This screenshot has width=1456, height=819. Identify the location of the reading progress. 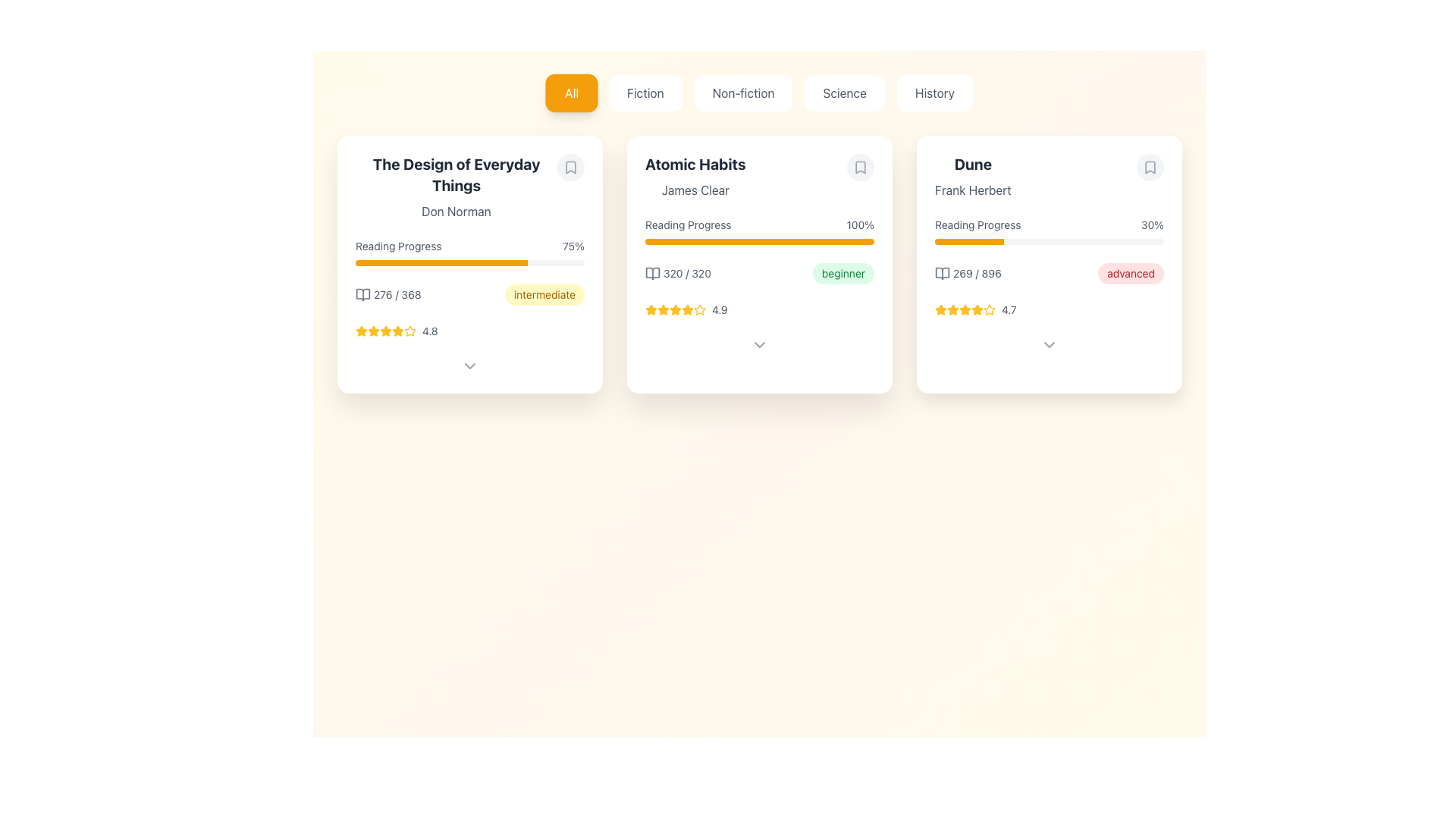
(984, 241).